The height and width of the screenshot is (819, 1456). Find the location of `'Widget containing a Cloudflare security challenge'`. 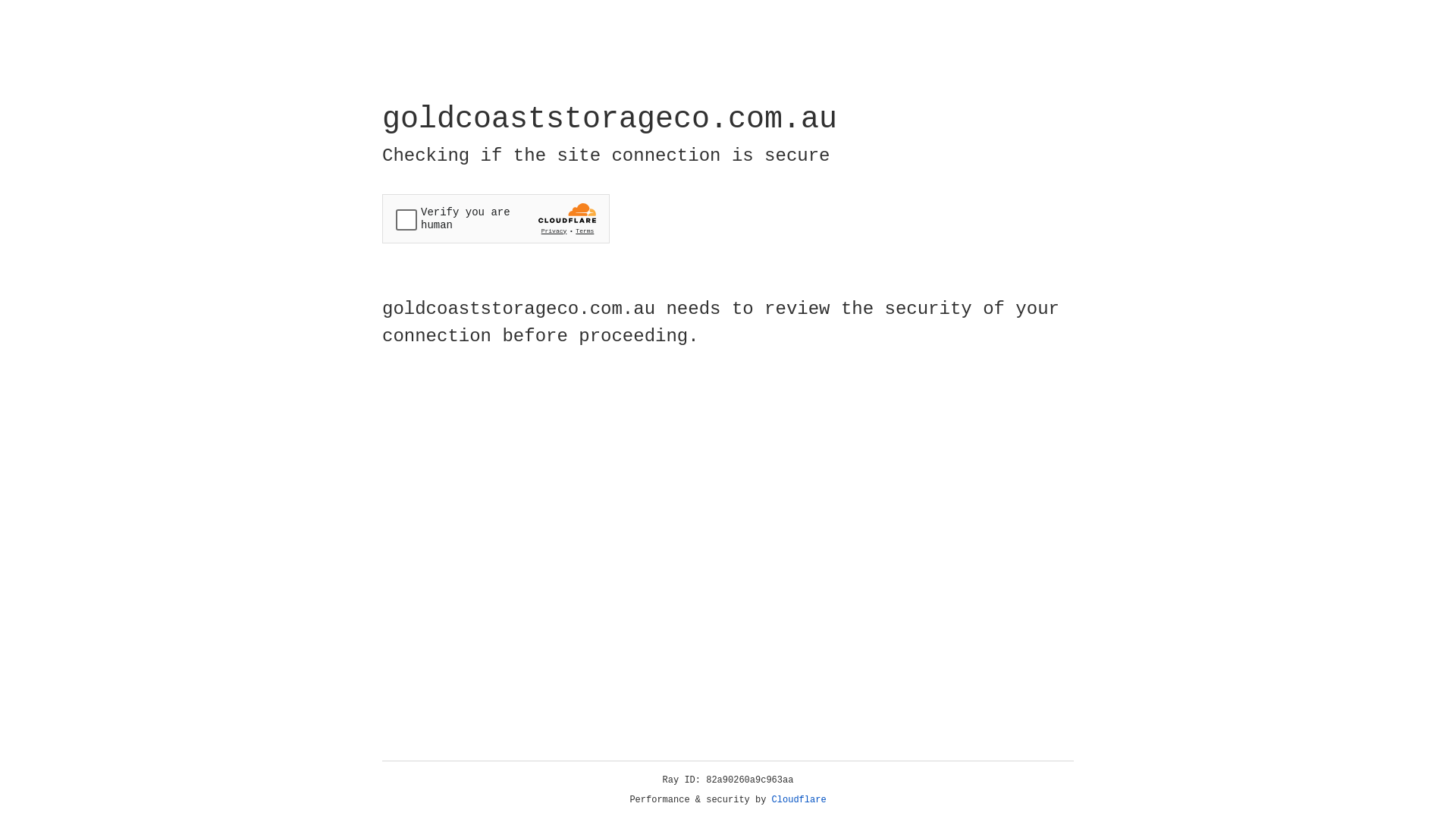

'Widget containing a Cloudflare security challenge' is located at coordinates (495, 218).